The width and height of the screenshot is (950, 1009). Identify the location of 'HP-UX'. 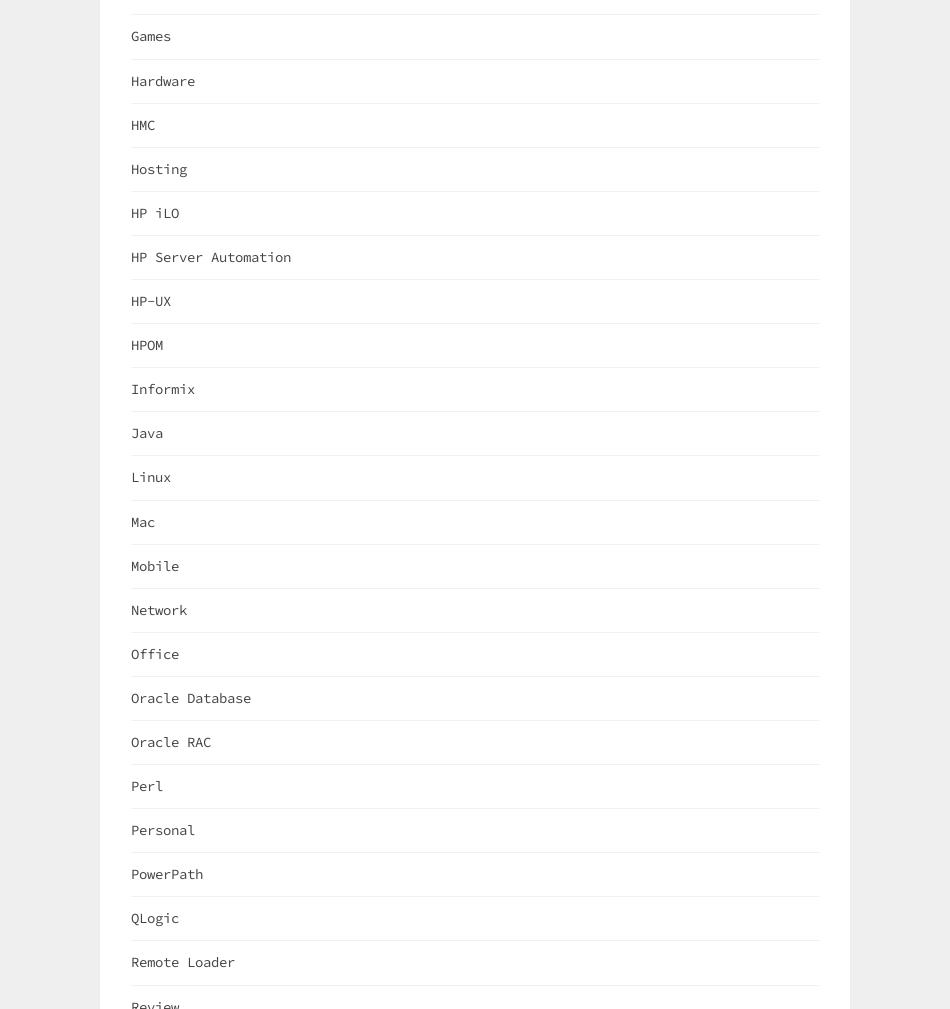
(150, 299).